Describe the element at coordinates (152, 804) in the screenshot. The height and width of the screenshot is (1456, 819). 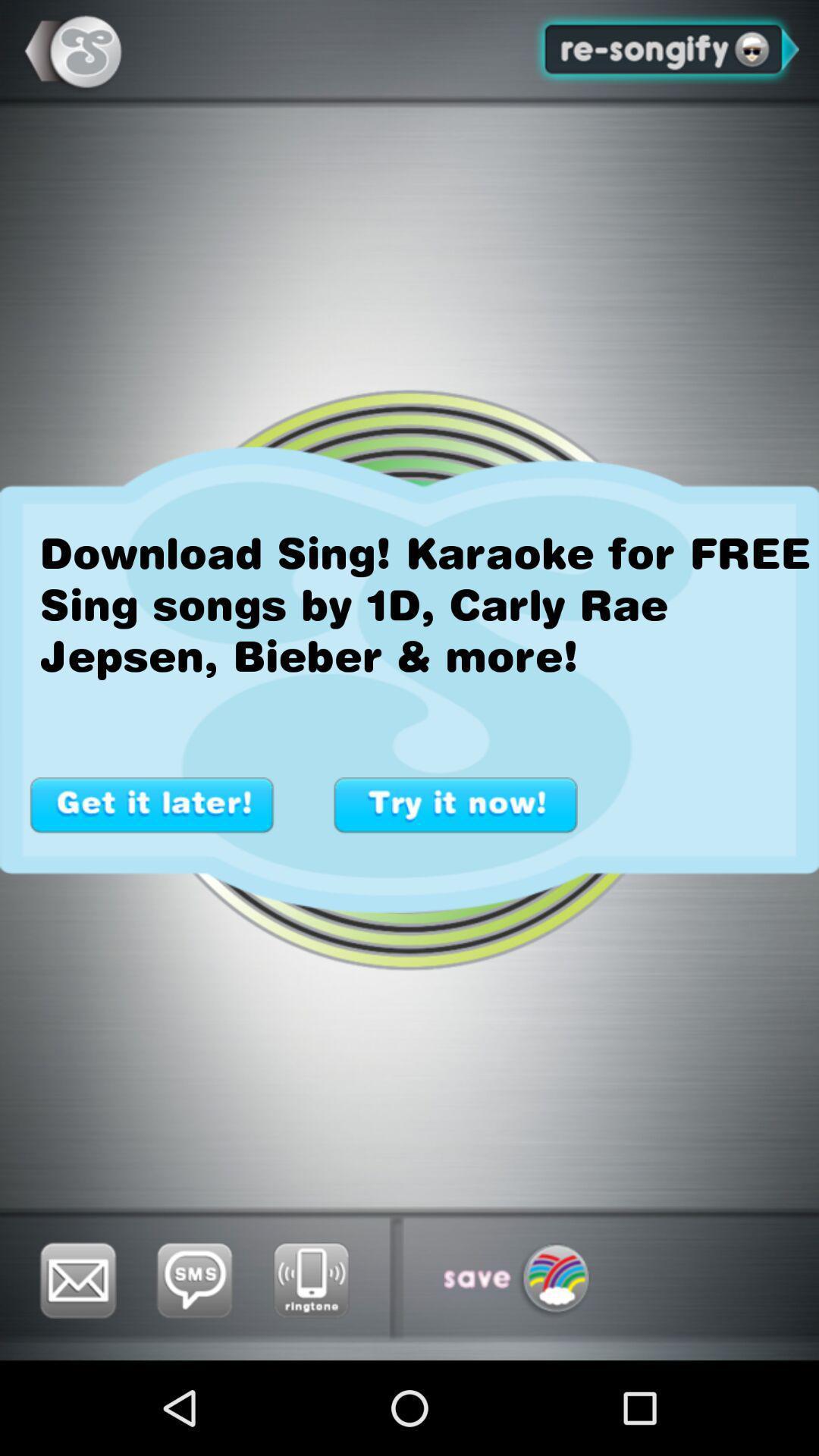
I see `without entering` at that location.